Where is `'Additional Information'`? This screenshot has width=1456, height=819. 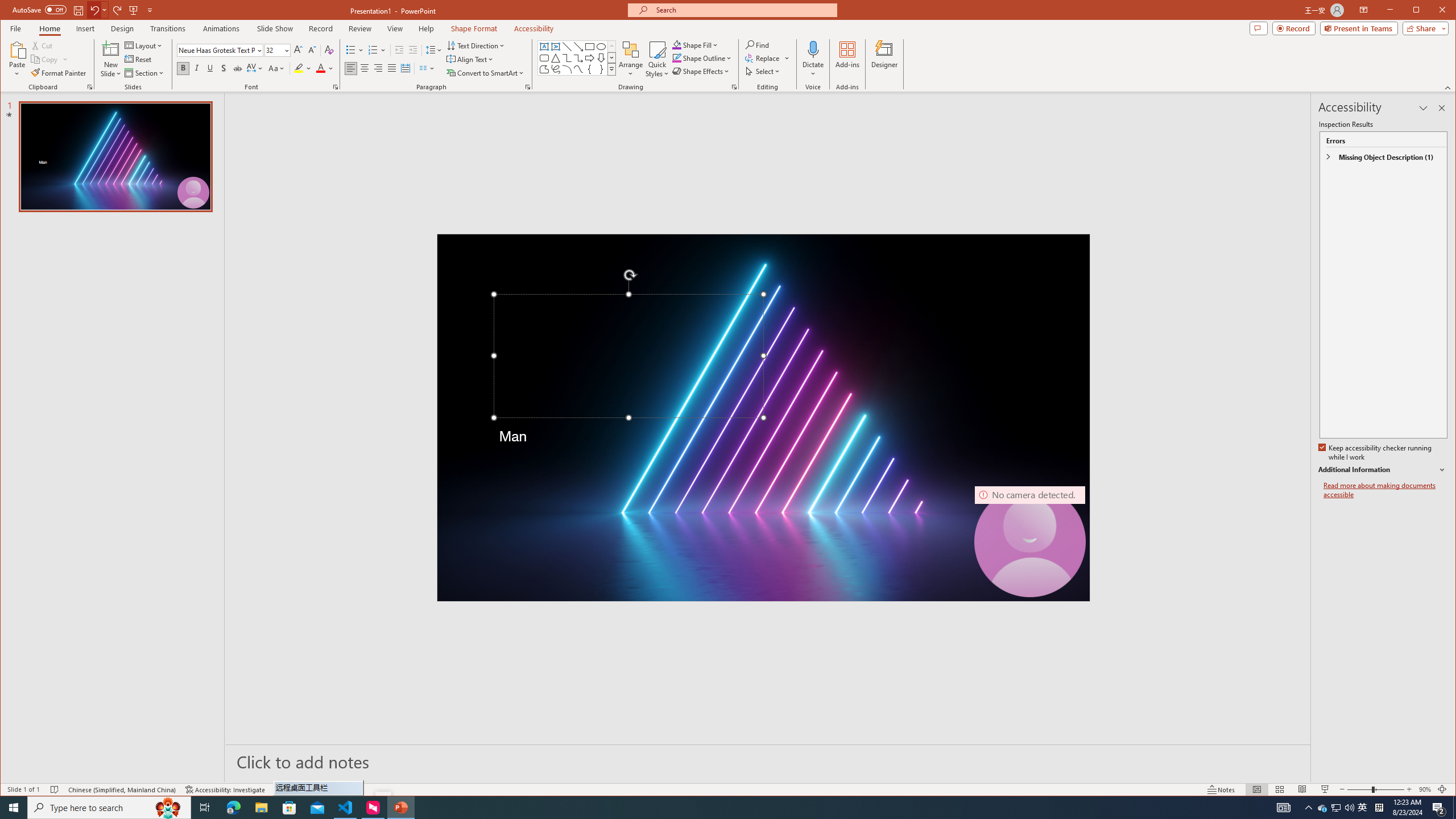 'Additional Information' is located at coordinates (1381, 470).